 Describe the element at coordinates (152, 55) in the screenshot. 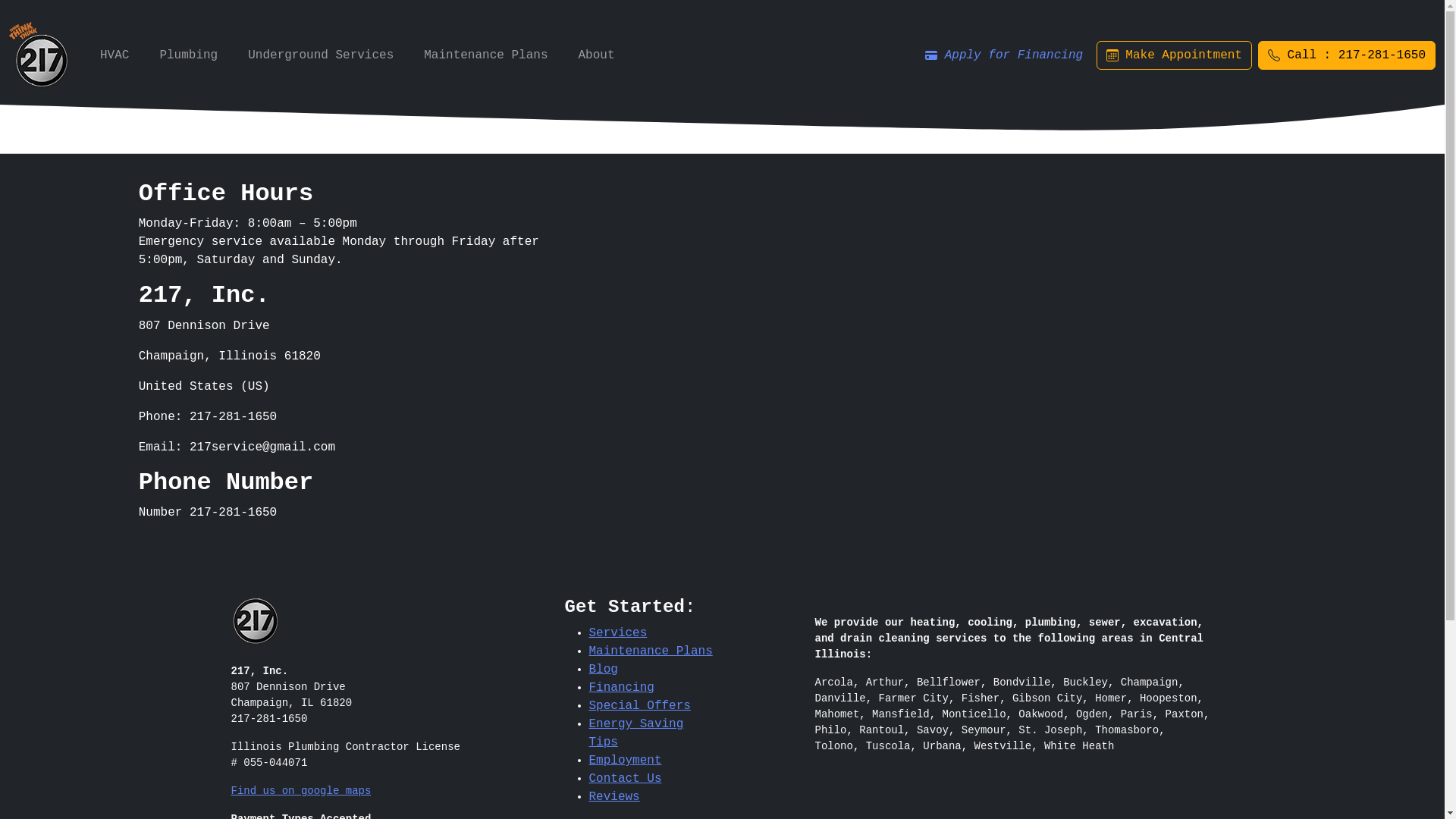

I see `'Plumbing'` at that location.